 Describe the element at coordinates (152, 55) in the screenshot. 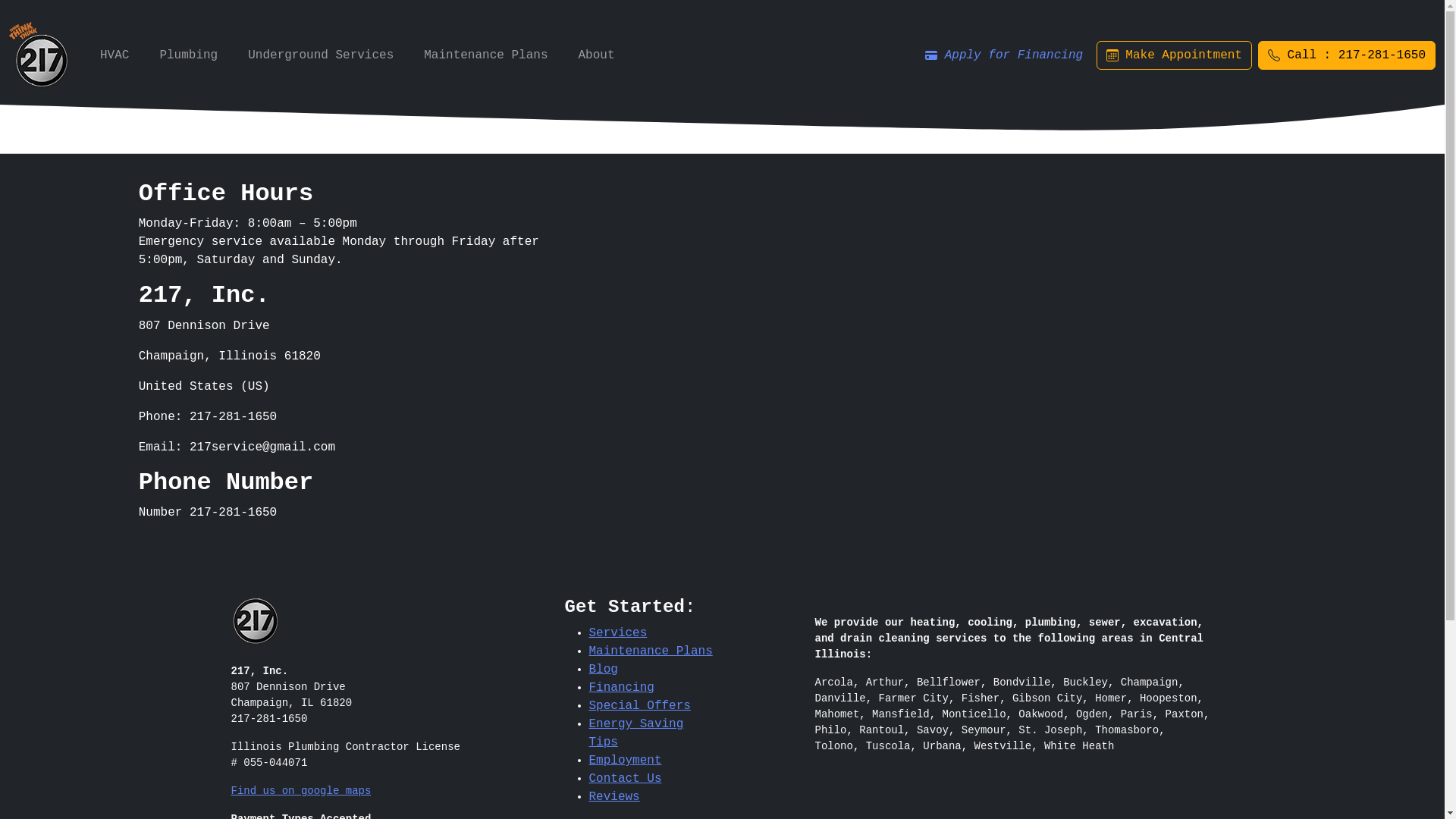

I see `'Plumbing'` at that location.